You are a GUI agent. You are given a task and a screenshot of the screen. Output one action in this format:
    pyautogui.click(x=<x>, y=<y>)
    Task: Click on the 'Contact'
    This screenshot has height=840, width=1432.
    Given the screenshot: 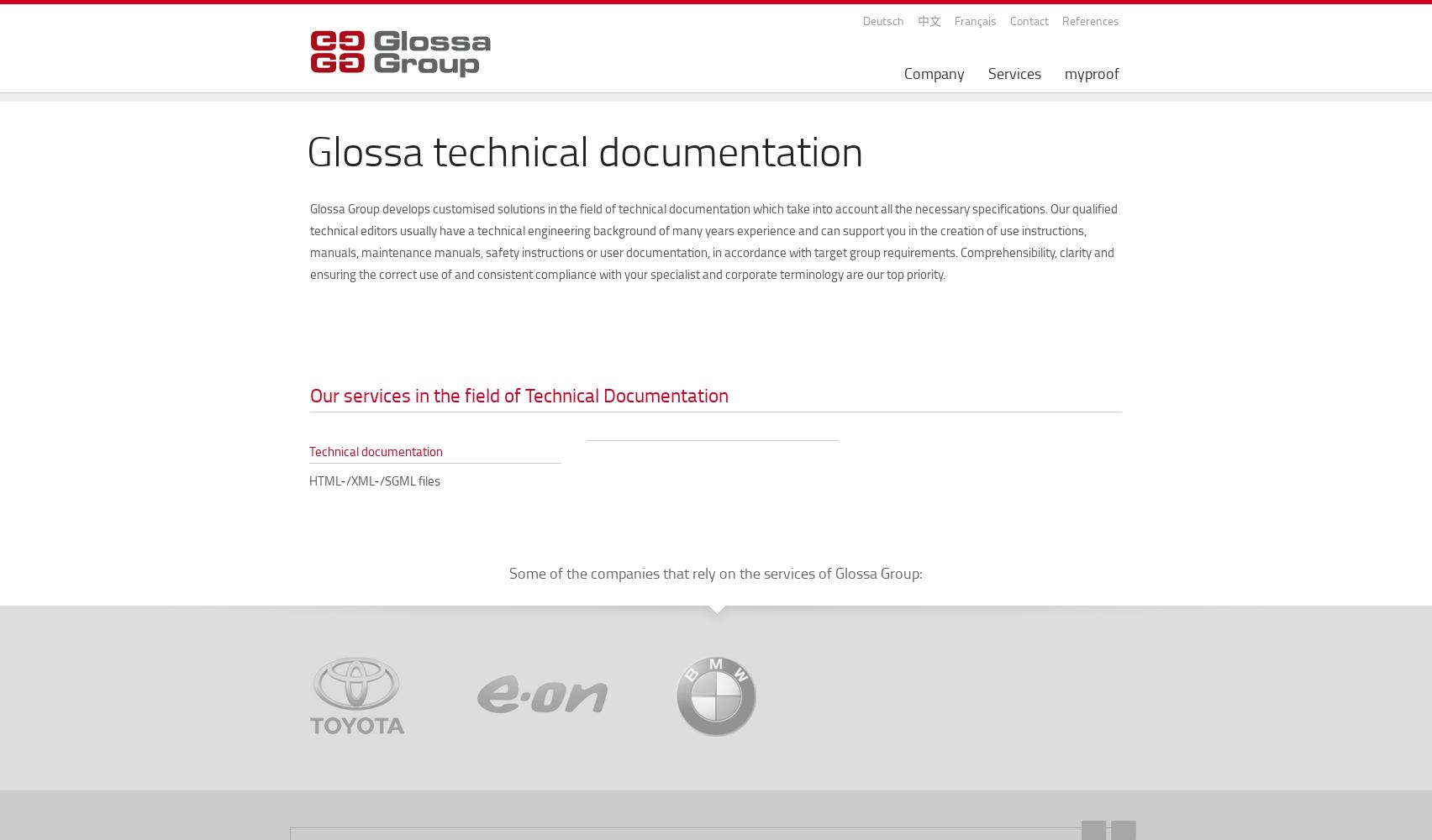 What is the action you would take?
    pyautogui.click(x=1029, y=20)
    